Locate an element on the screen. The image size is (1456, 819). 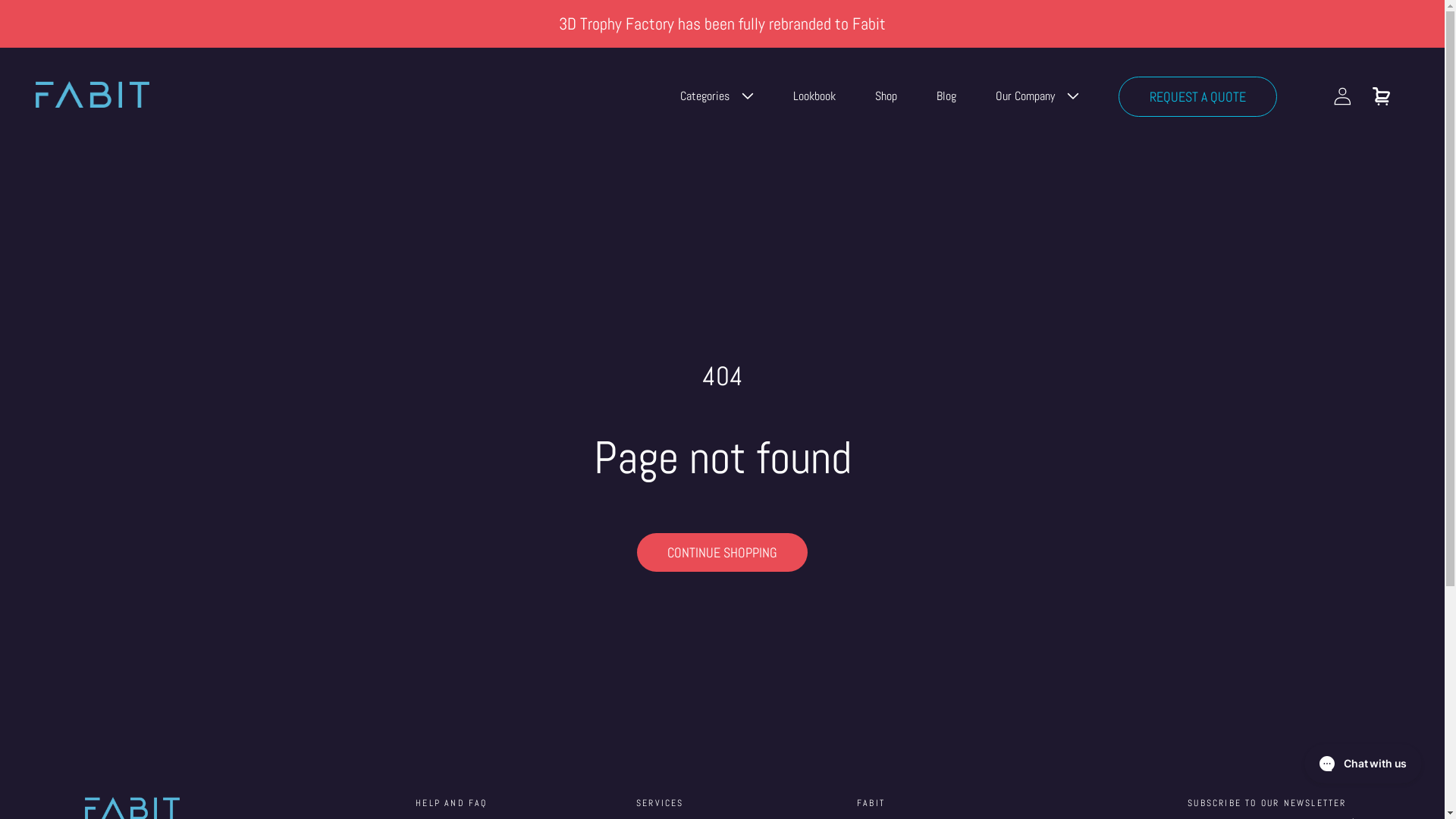
'Gorgias live chat messenger' is located at coordinates (1363, 763).